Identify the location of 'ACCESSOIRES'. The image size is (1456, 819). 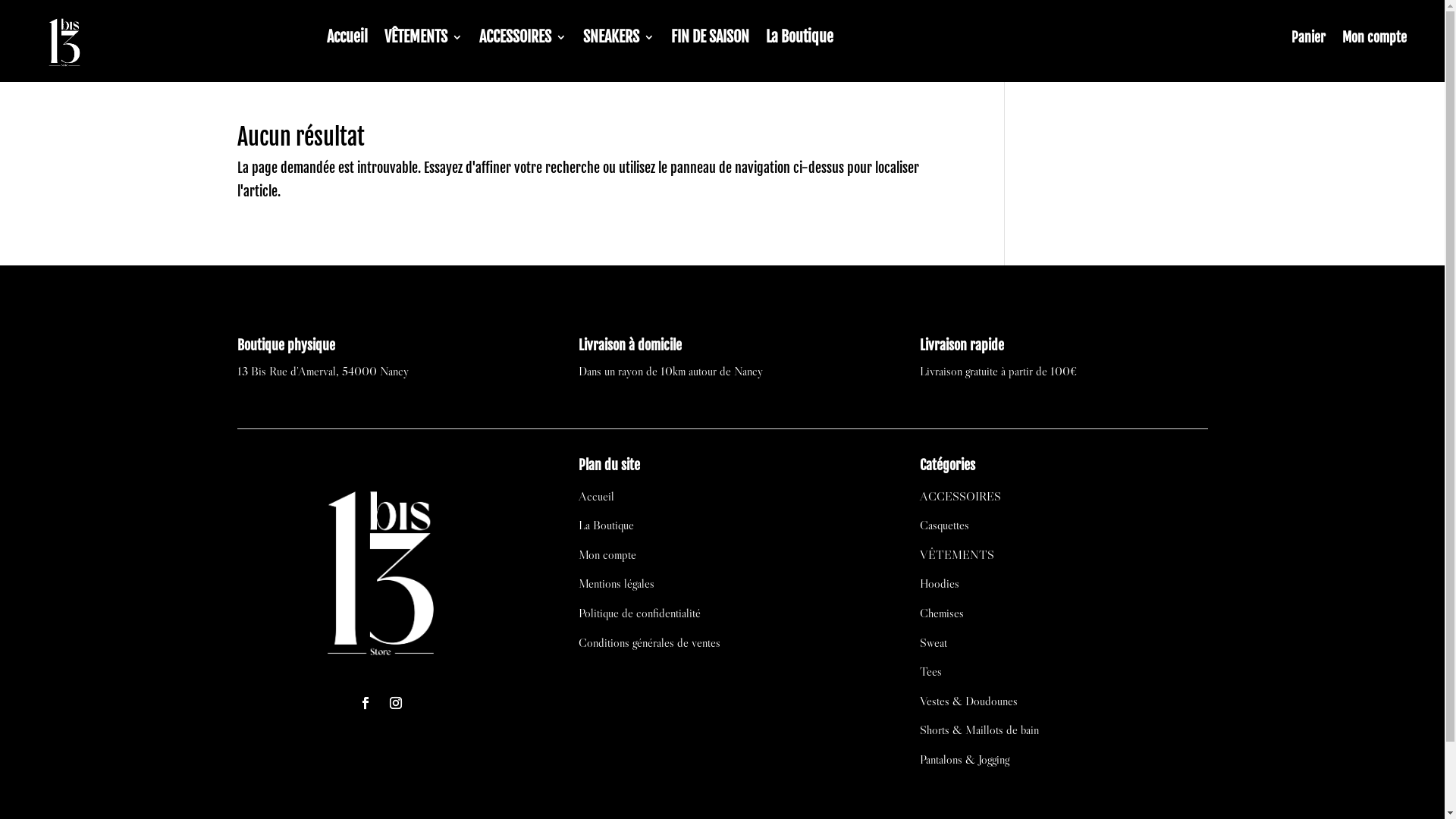
(522, 39).